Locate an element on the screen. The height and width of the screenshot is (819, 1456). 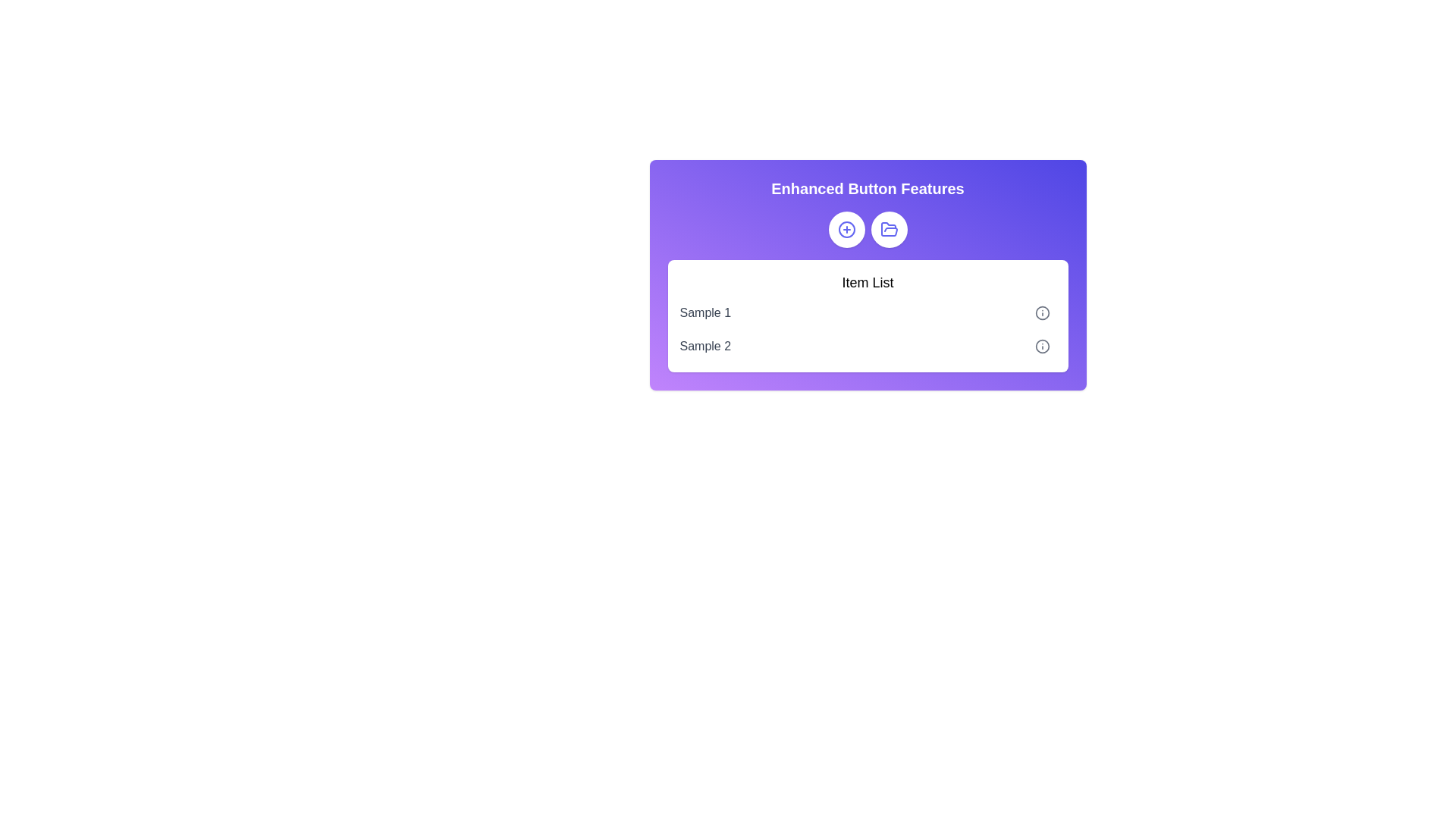
the second circular button located at the top of the card labeled 'Enhanced Button Features' is located at coordinates (889, 230).